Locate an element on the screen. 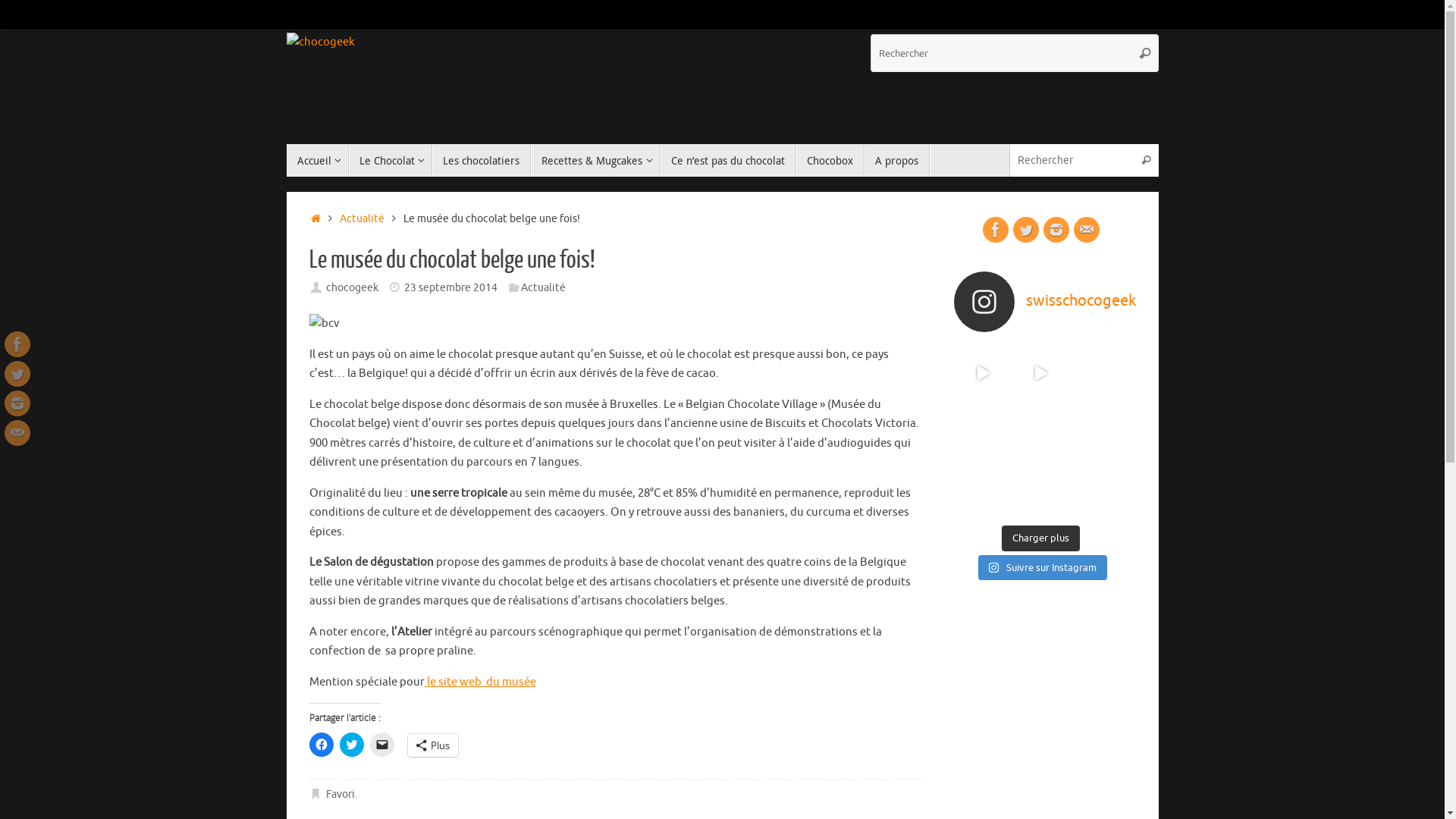 The image size is (1456, 819). 'Auteur/autrice ' is located at coordinates (315, 287).